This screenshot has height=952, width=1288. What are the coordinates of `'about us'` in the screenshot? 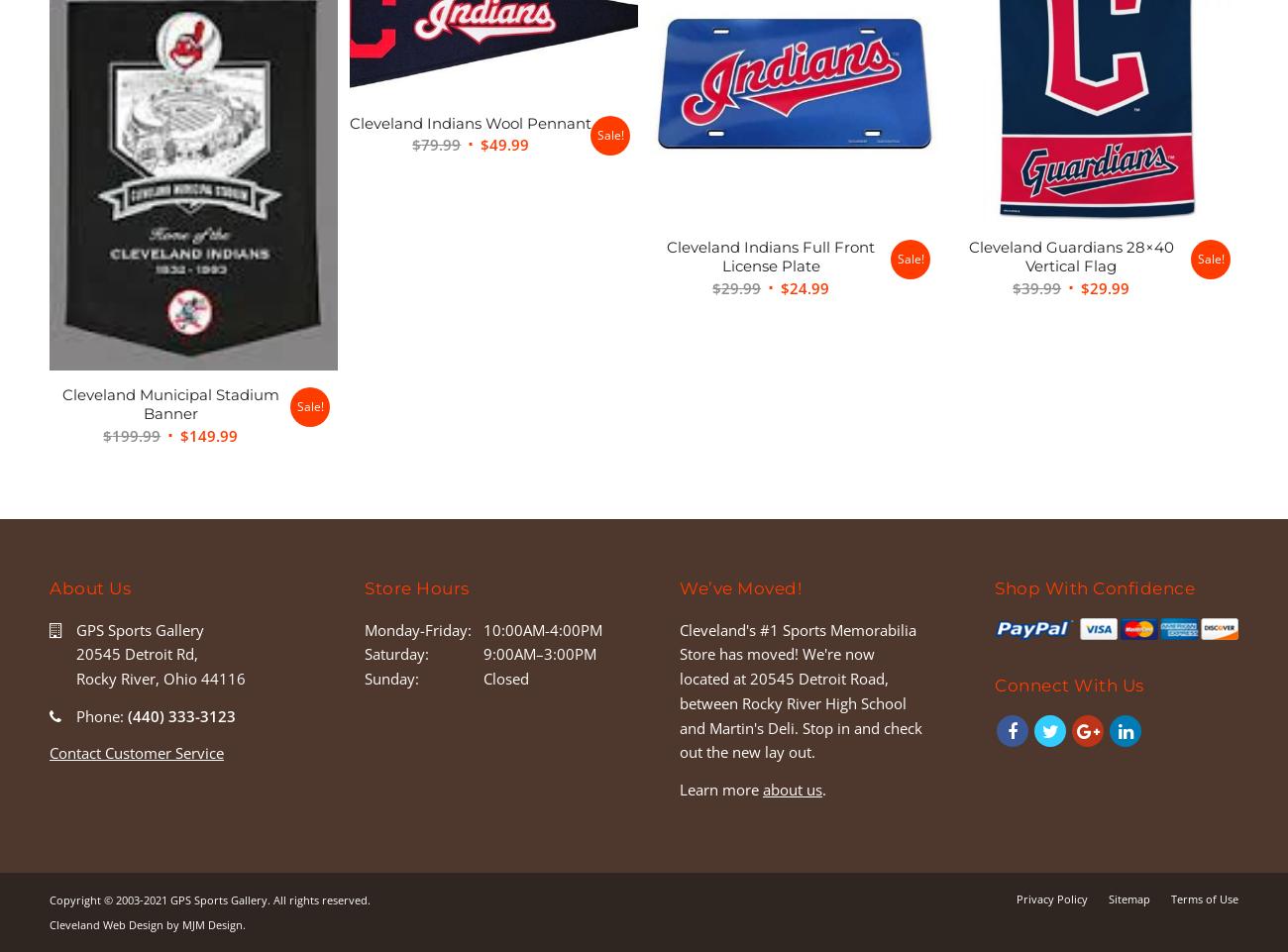 It's located at (792, 787).